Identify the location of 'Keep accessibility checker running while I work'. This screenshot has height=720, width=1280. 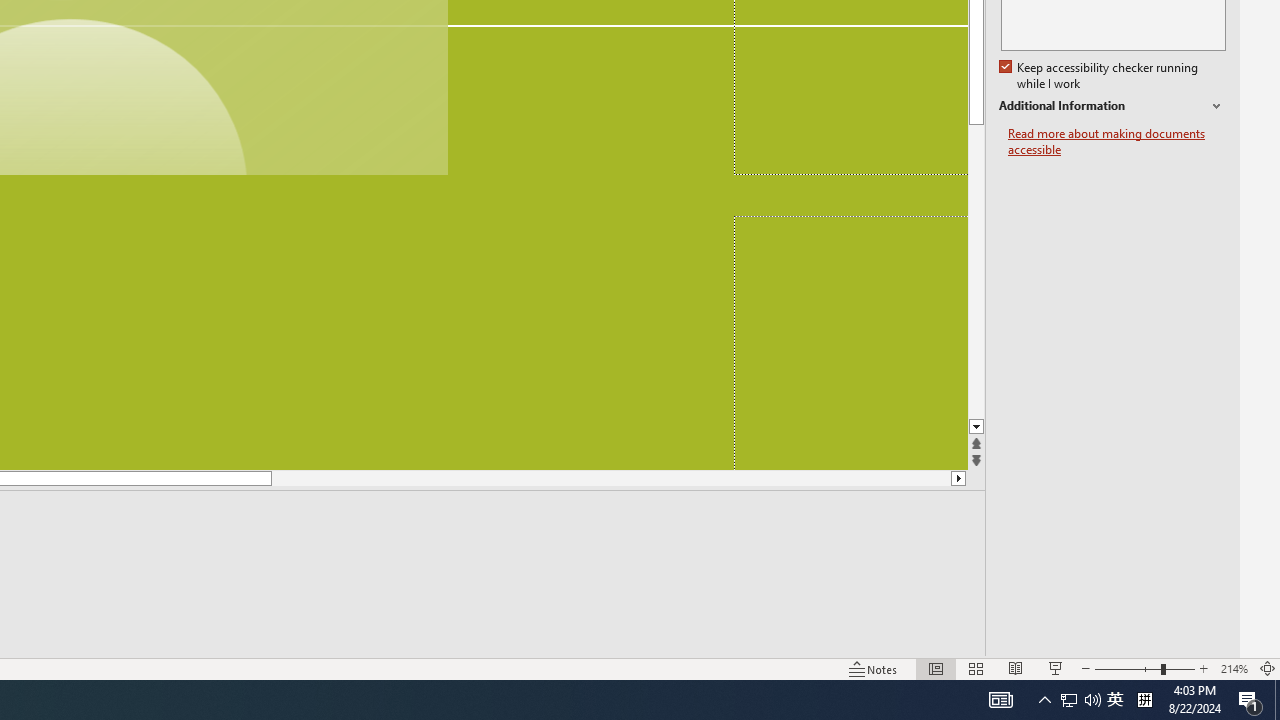
(1099, 75).